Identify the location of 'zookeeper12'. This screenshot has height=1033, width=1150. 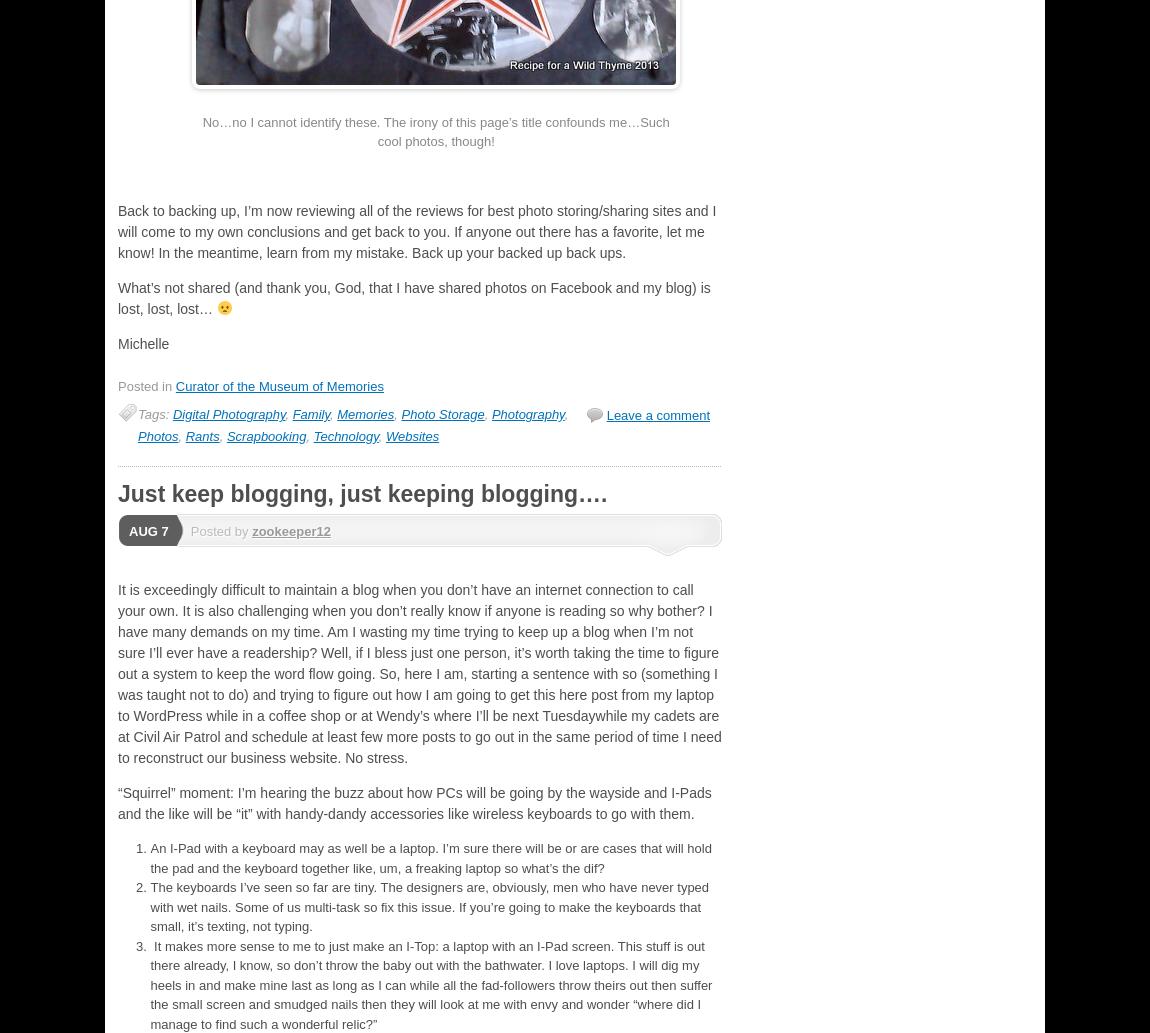
(290, 530).